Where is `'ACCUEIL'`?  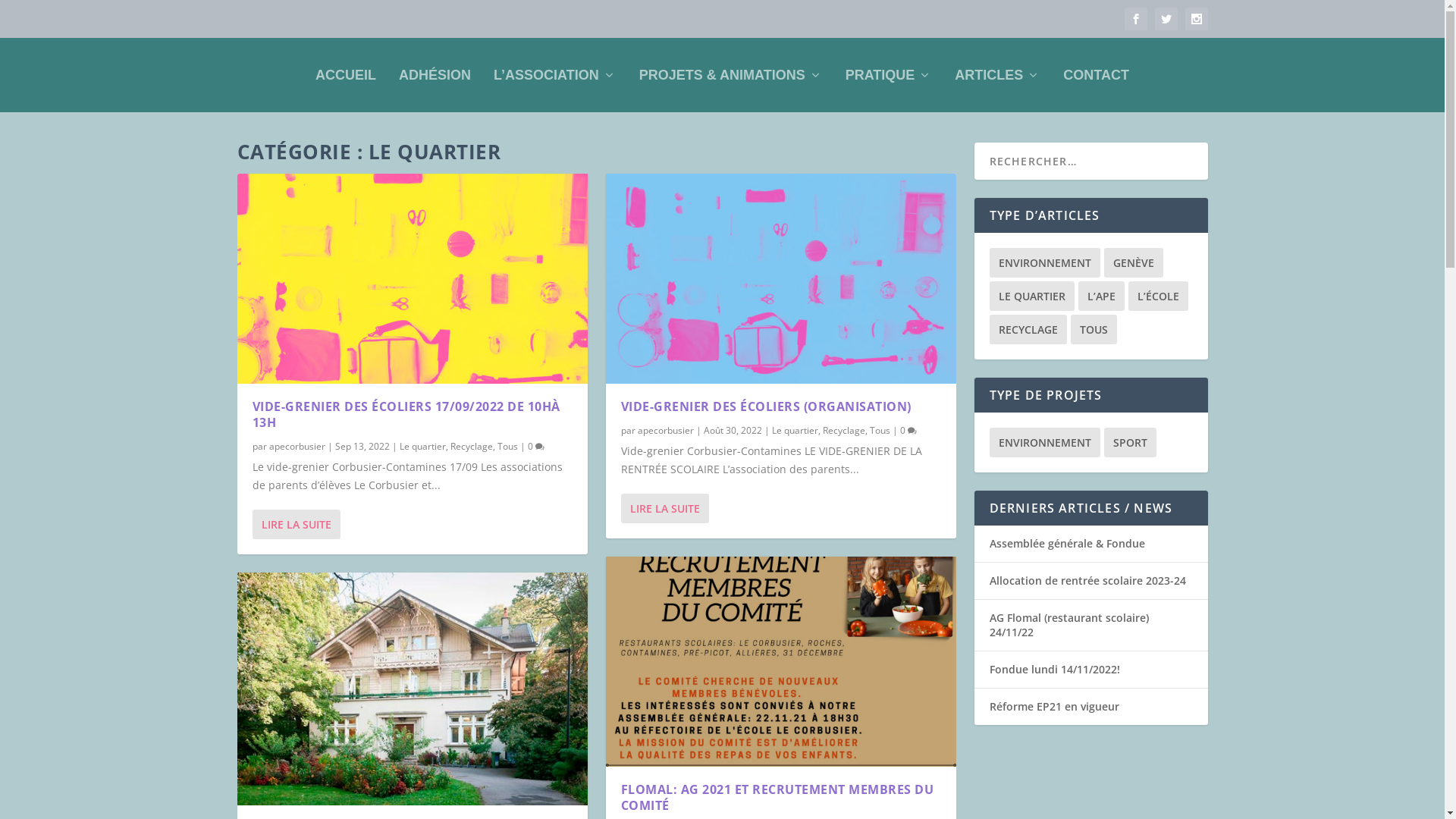
'ACCUEIL' is located at coordinates (345, 75).